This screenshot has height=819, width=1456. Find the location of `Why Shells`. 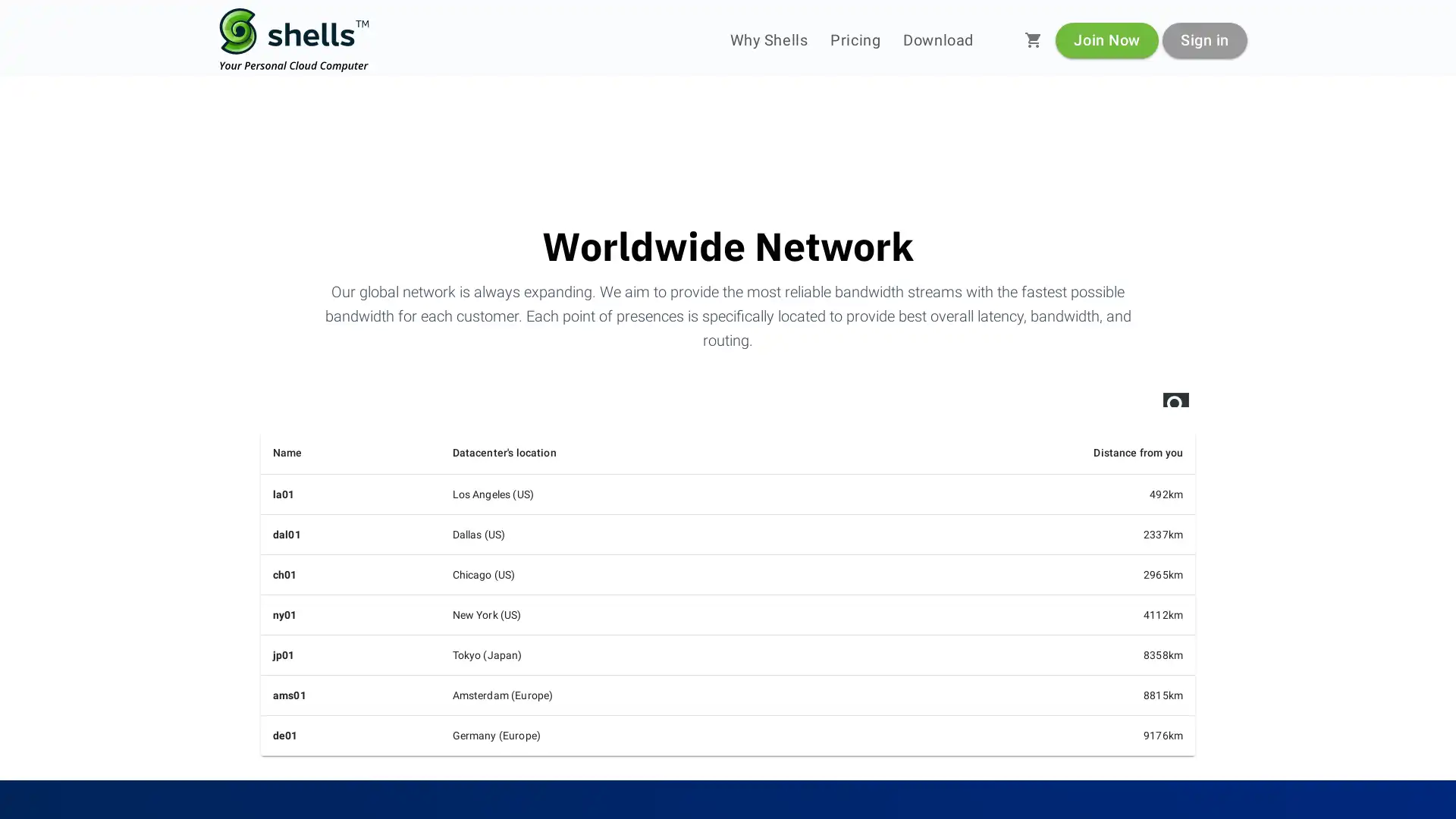

Why Shells is located at coordinates (768, 39).